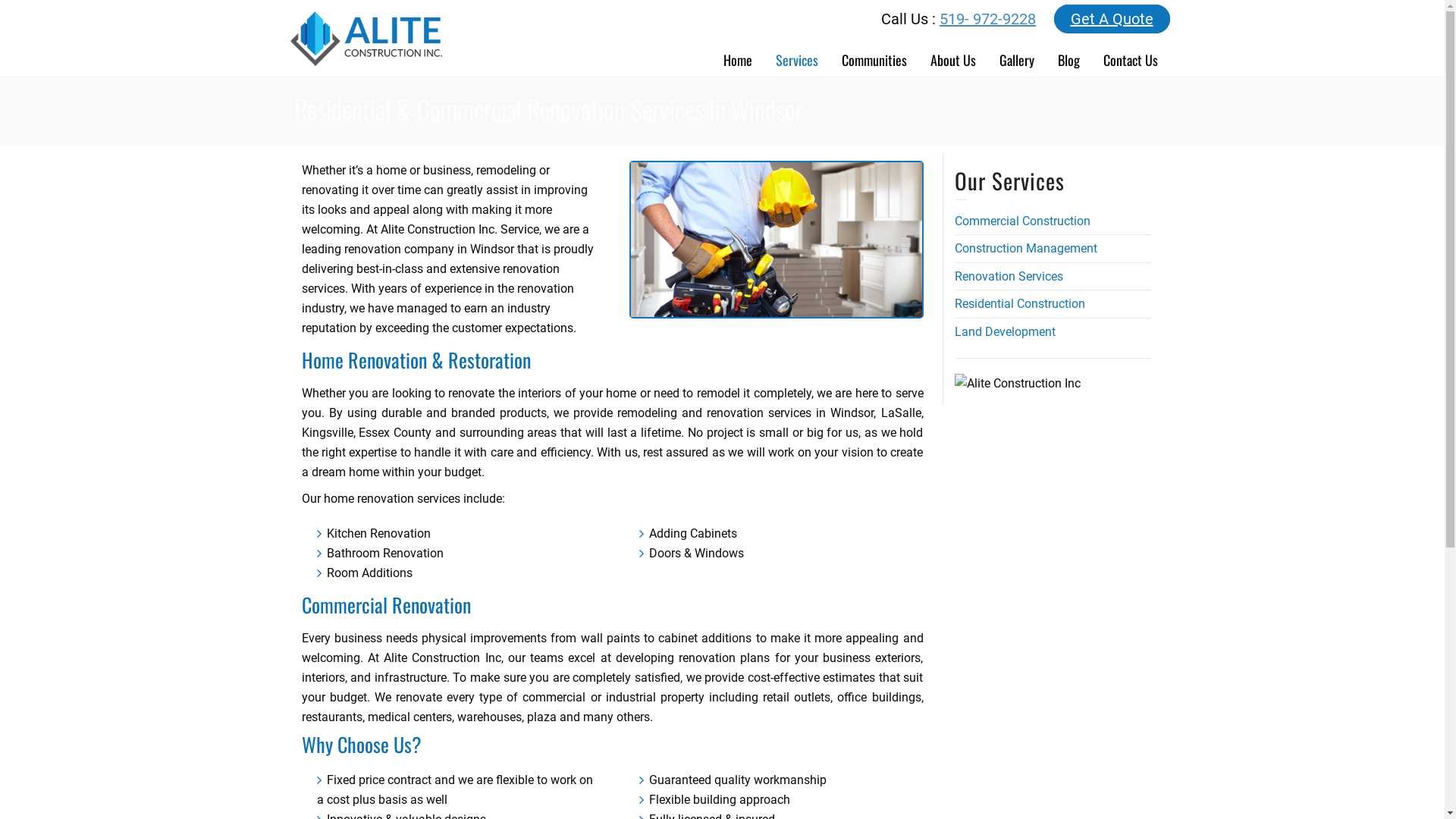 The height and width of the screenshot is (819, 1456). What do you see at coordinates (1053, 18) in the screenshot?
I see `'Get A Quote'` at bounding box center [1053, 18].